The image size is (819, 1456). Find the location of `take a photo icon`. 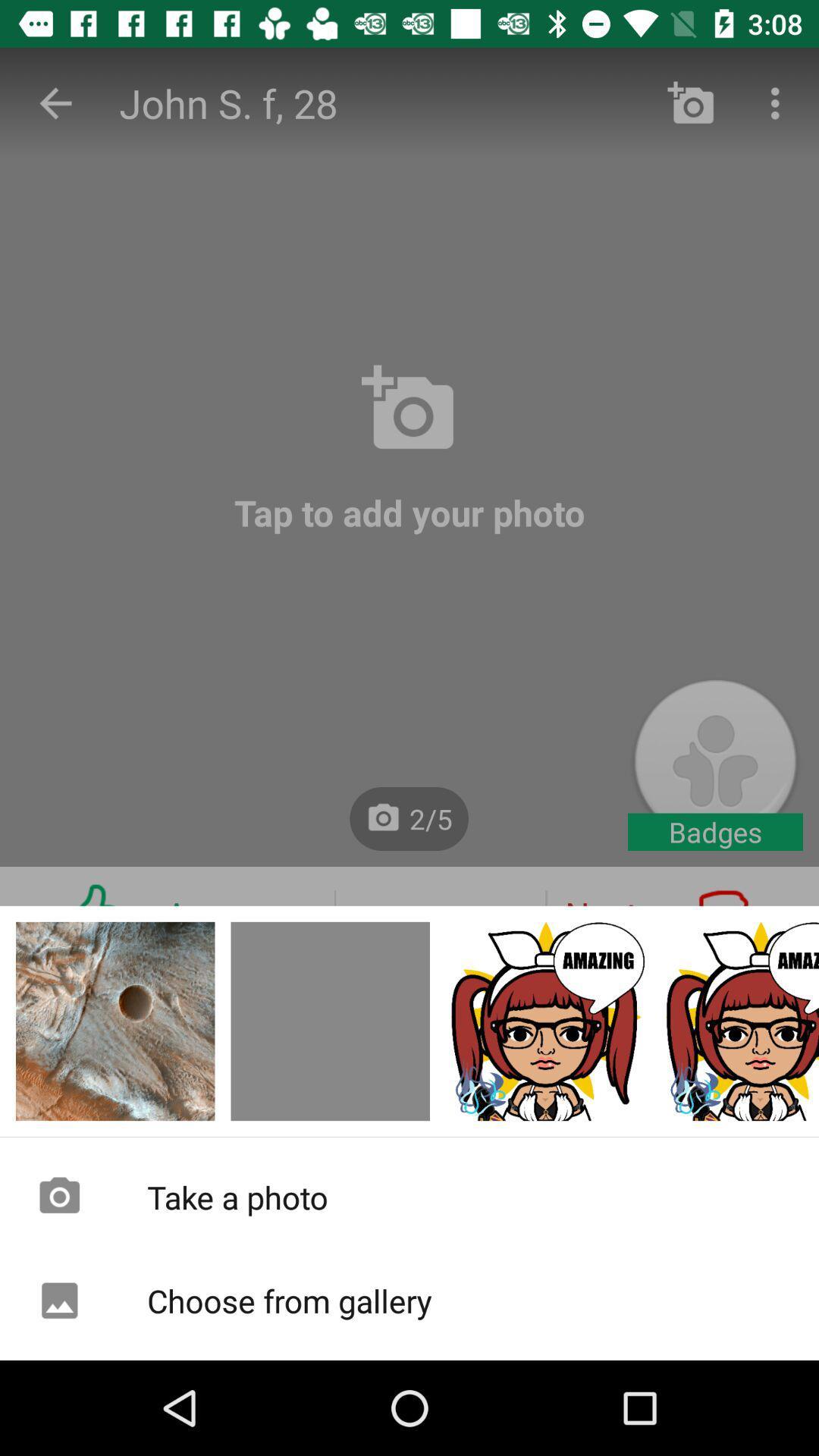

take a photo icon is located at coordinates (409, 1196).